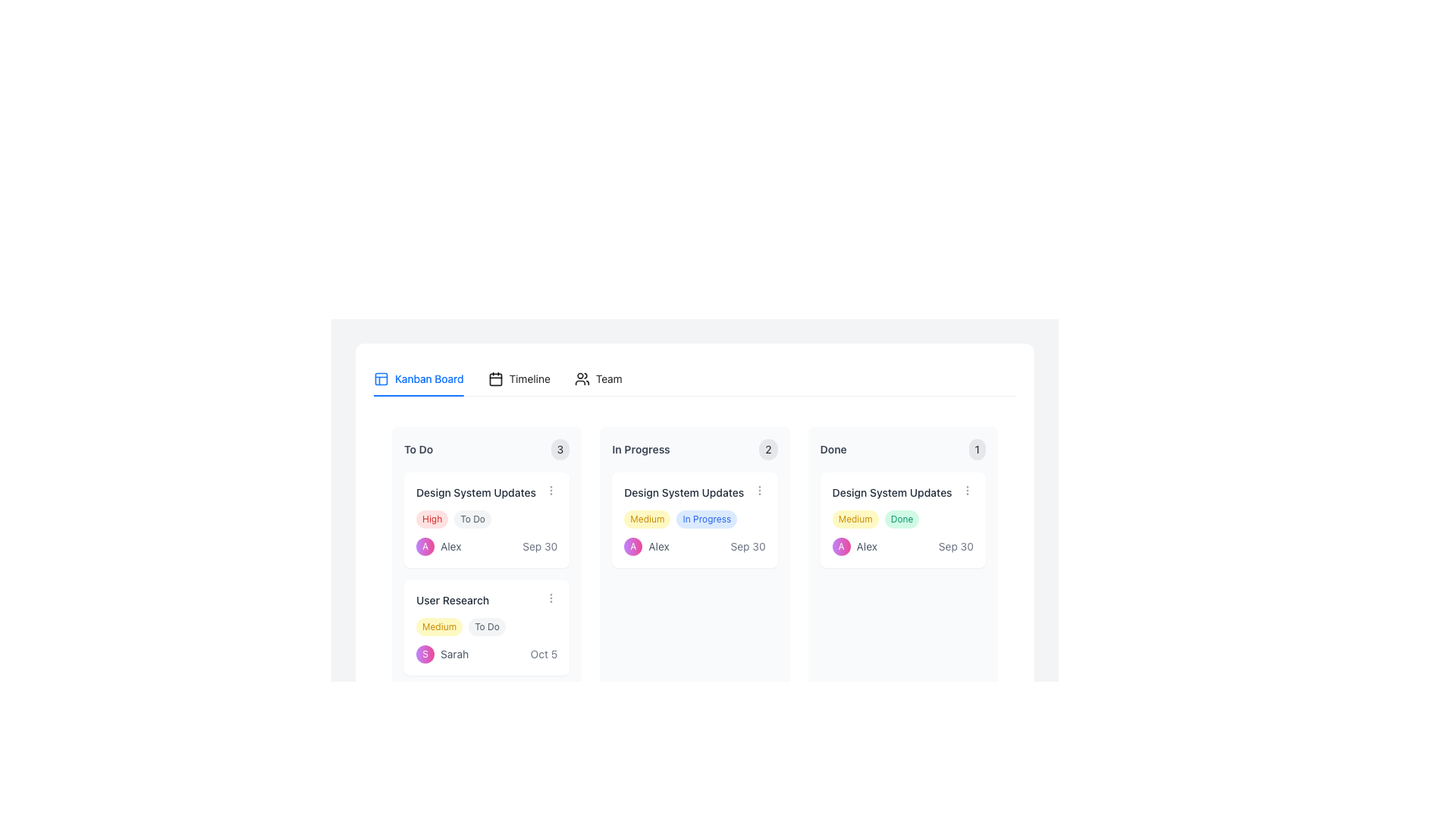 The width and height of the screenshot is (1456, 819). What do you see at coordinates (438, 547) in the screenshot?
I see `the user identification tag for the task owner 'Alex'` at bounding box center [438, 547].